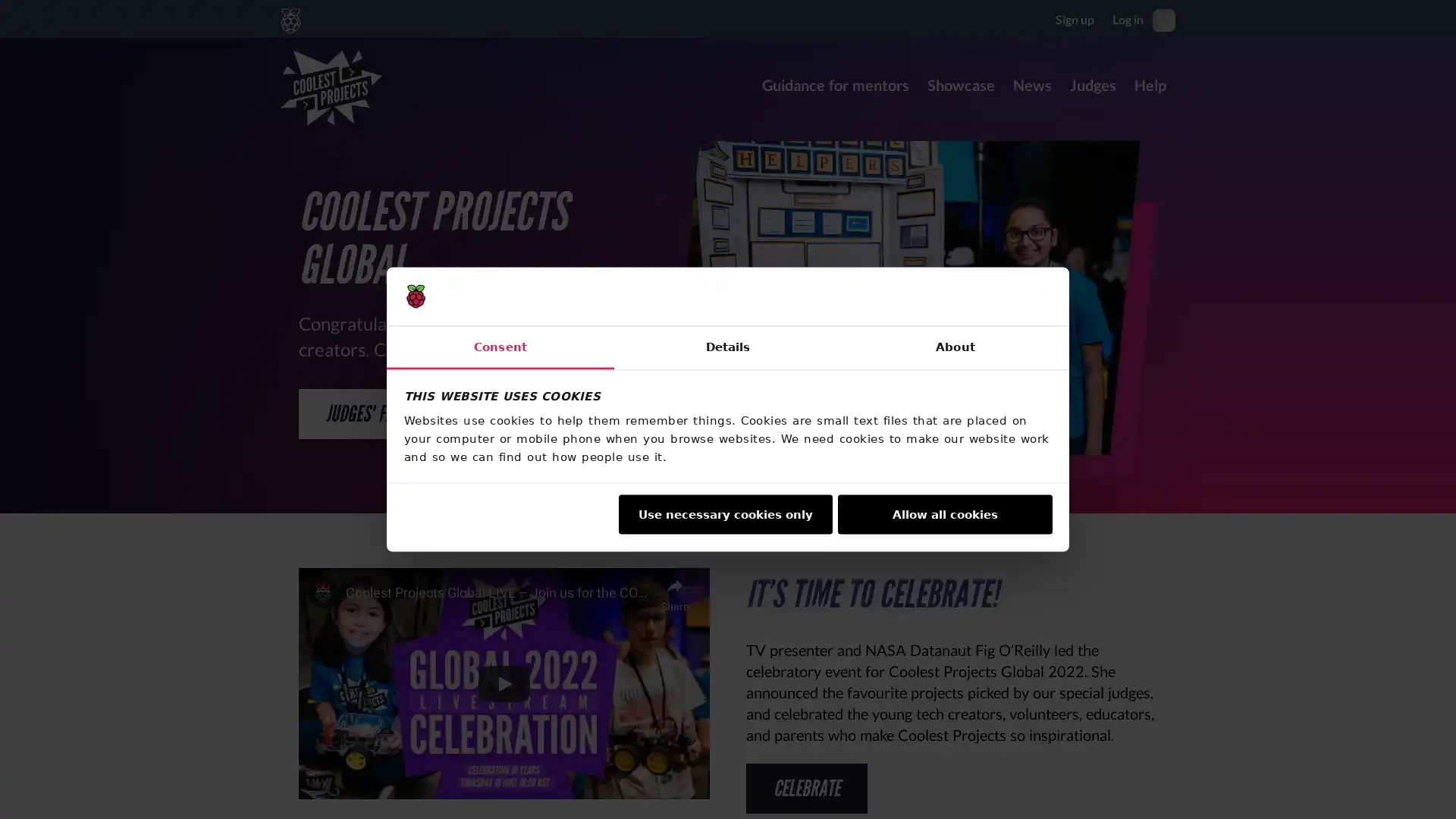 This screenshot has height=819, width=1456. I want to click on Use necessary cookies only, so click(723, 513).